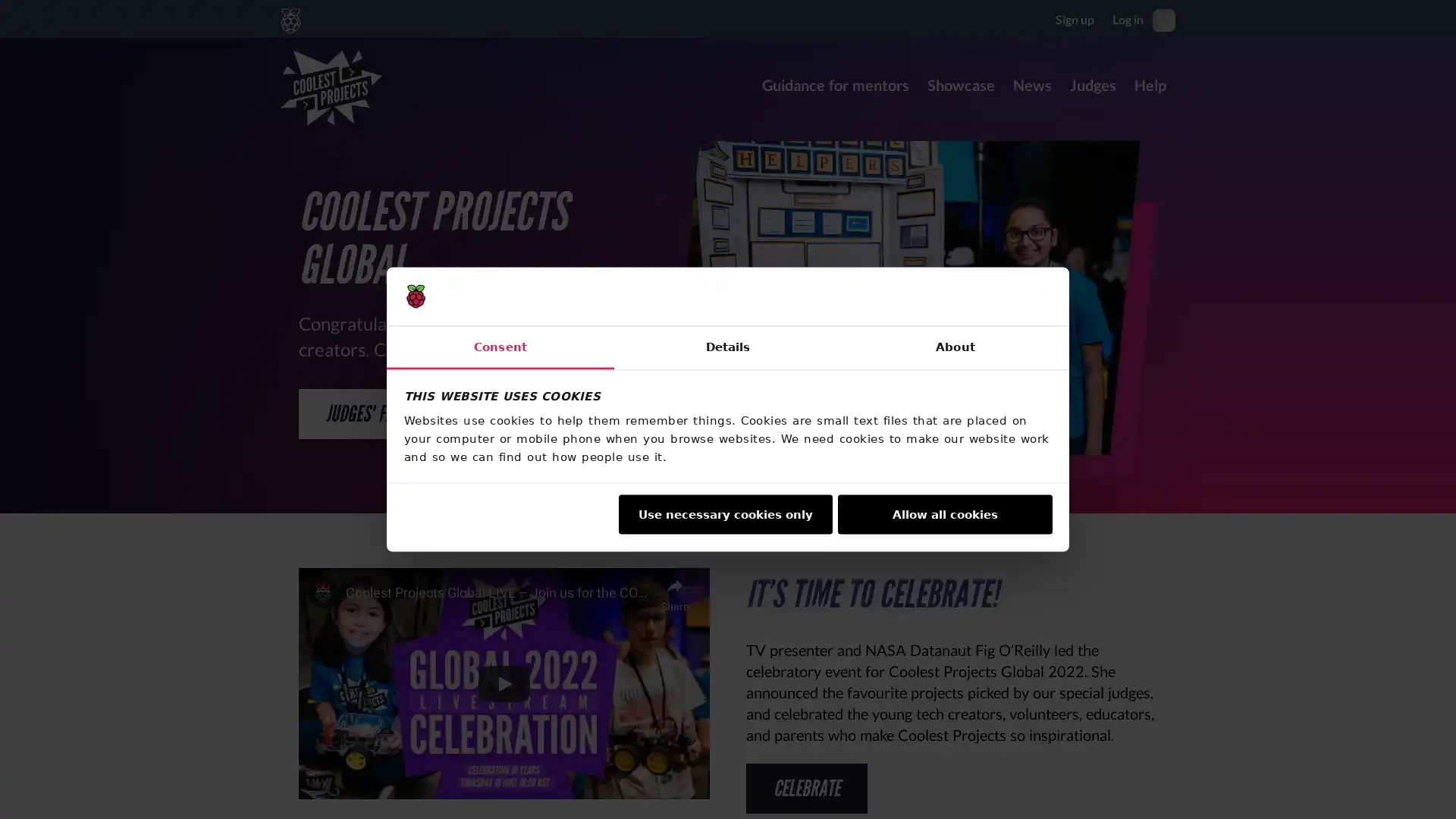 This screenshot has height=819, width=1456. I want to click on Use necessary cookies only, so click(723, 513).